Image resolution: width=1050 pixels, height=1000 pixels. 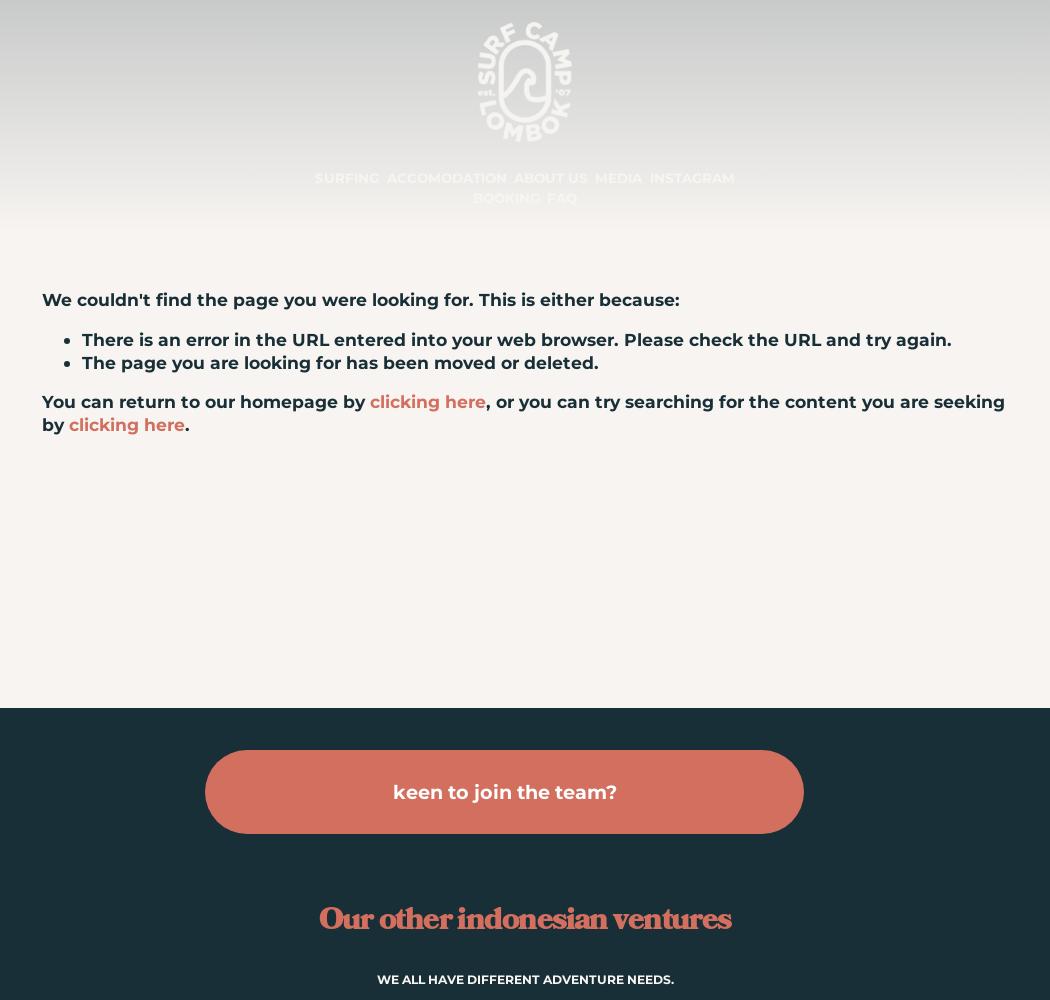 I want to click on 'WE ALL HAVE DIFFERENT ADVENTURE NEEDS.', so click(x=523, y=978).